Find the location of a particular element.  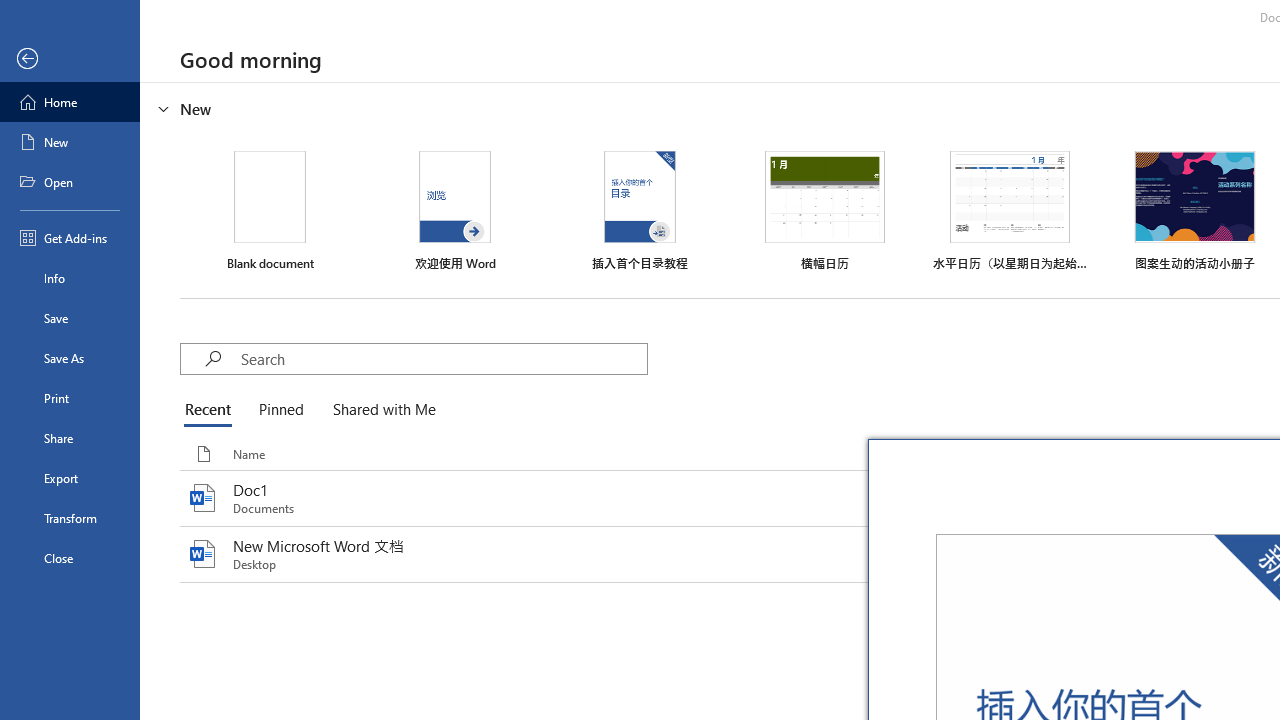

'Save As' is located at coordinates (69, 356).